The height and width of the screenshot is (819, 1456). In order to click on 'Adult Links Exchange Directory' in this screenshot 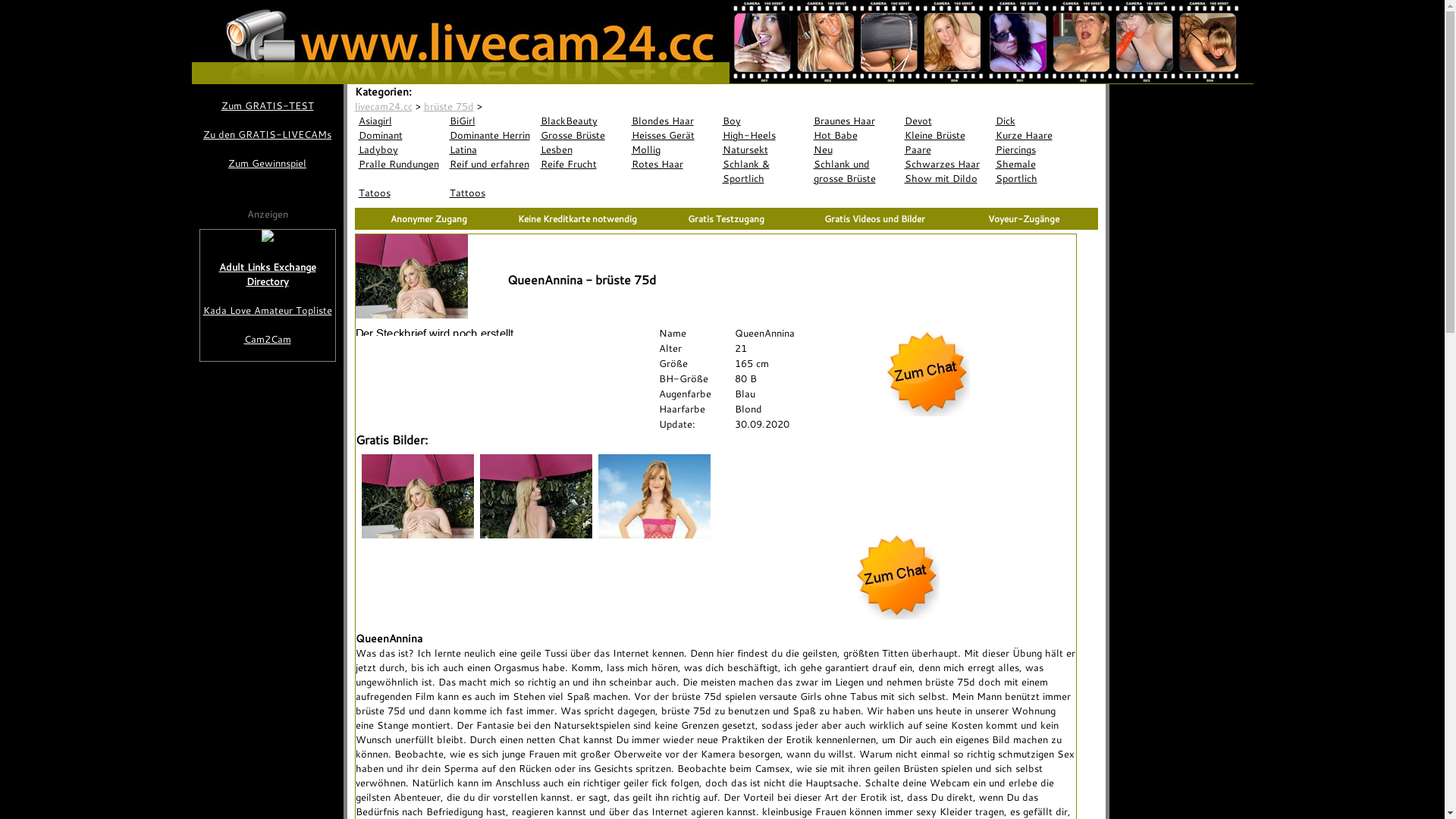, I will do `click(268, 275)`.